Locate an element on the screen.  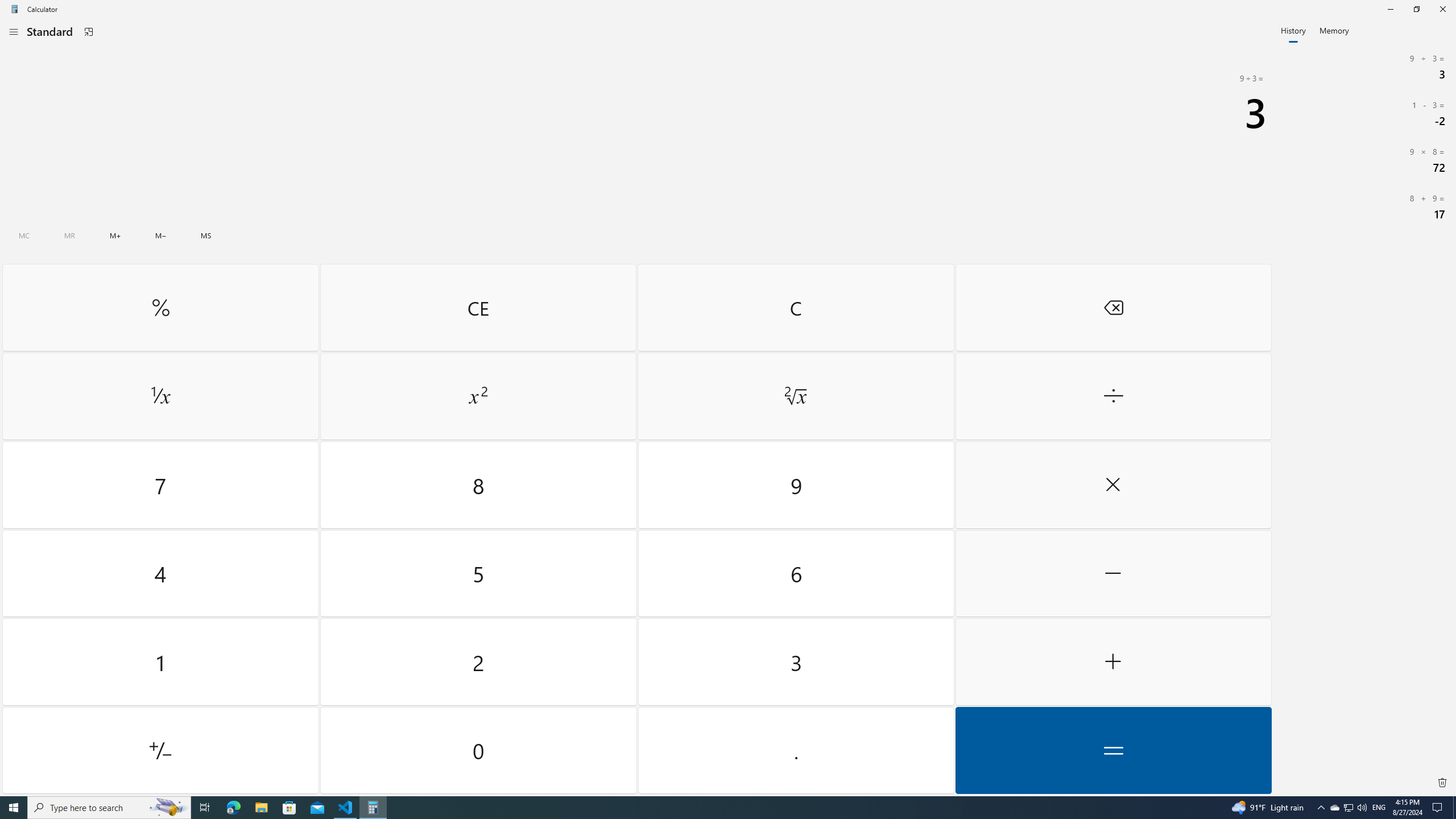
'Memory store' is located at coordinates (206, 235).